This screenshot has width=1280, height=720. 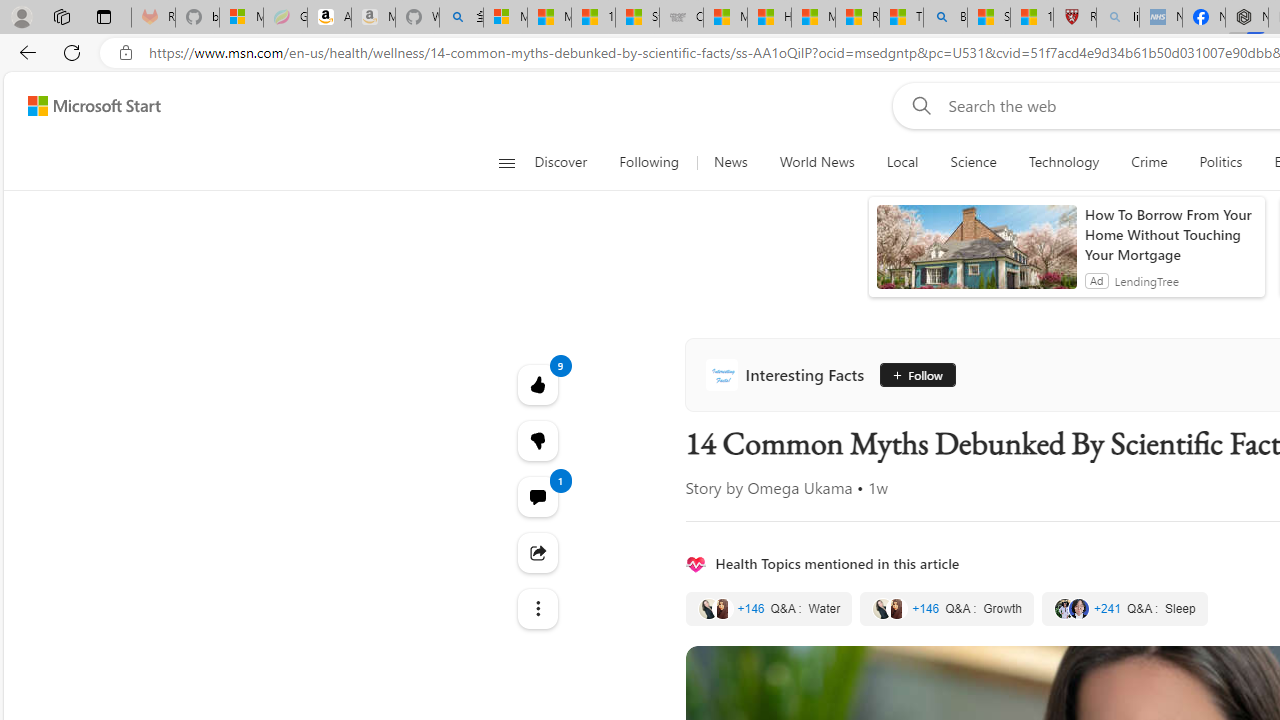 What do you see at coordinates (976, 254) in the screenshot?
I see `'anim-content'` at bounding box center [976, 254].